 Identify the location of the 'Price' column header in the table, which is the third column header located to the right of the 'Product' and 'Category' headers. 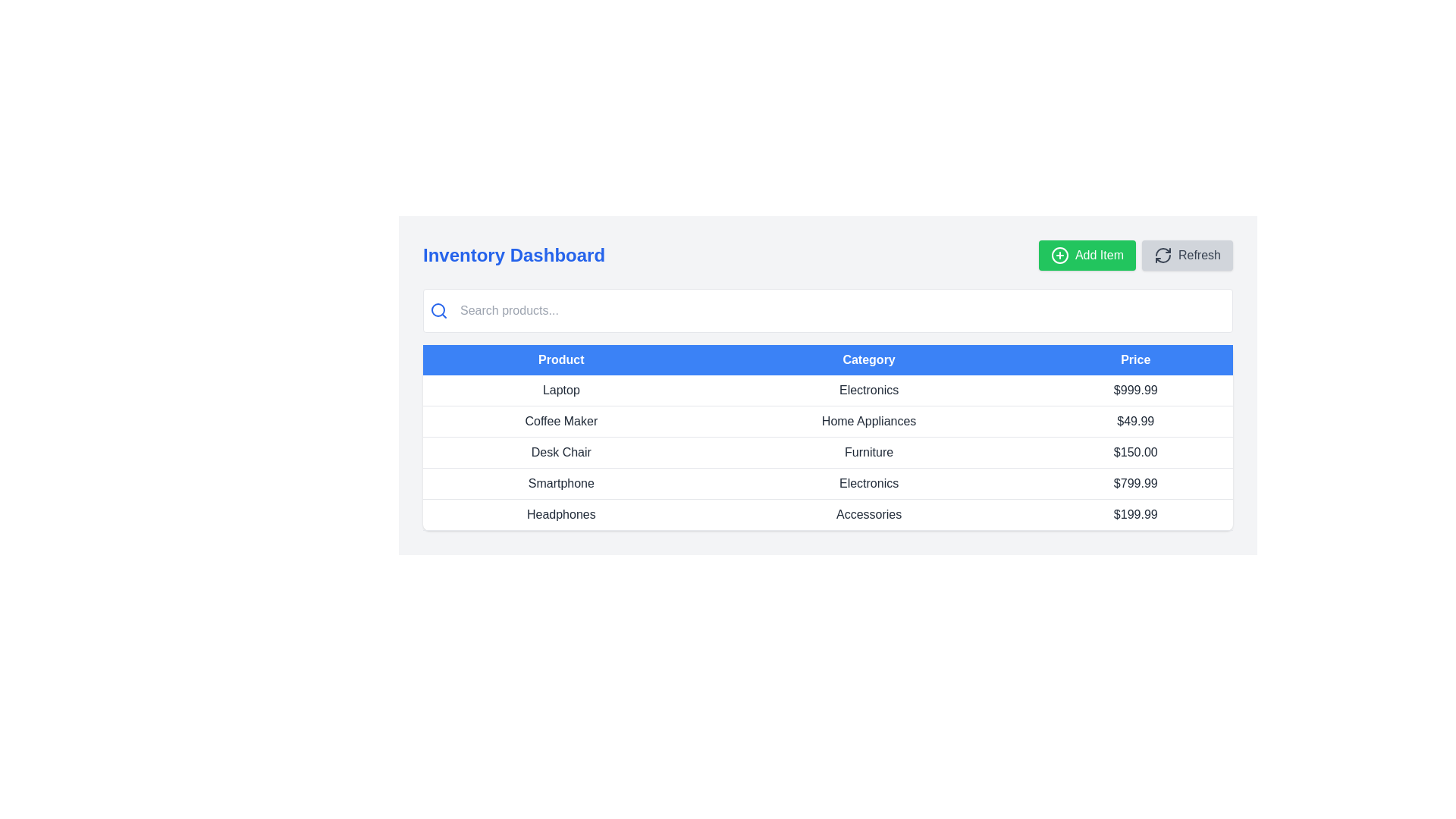
(1135, 359).